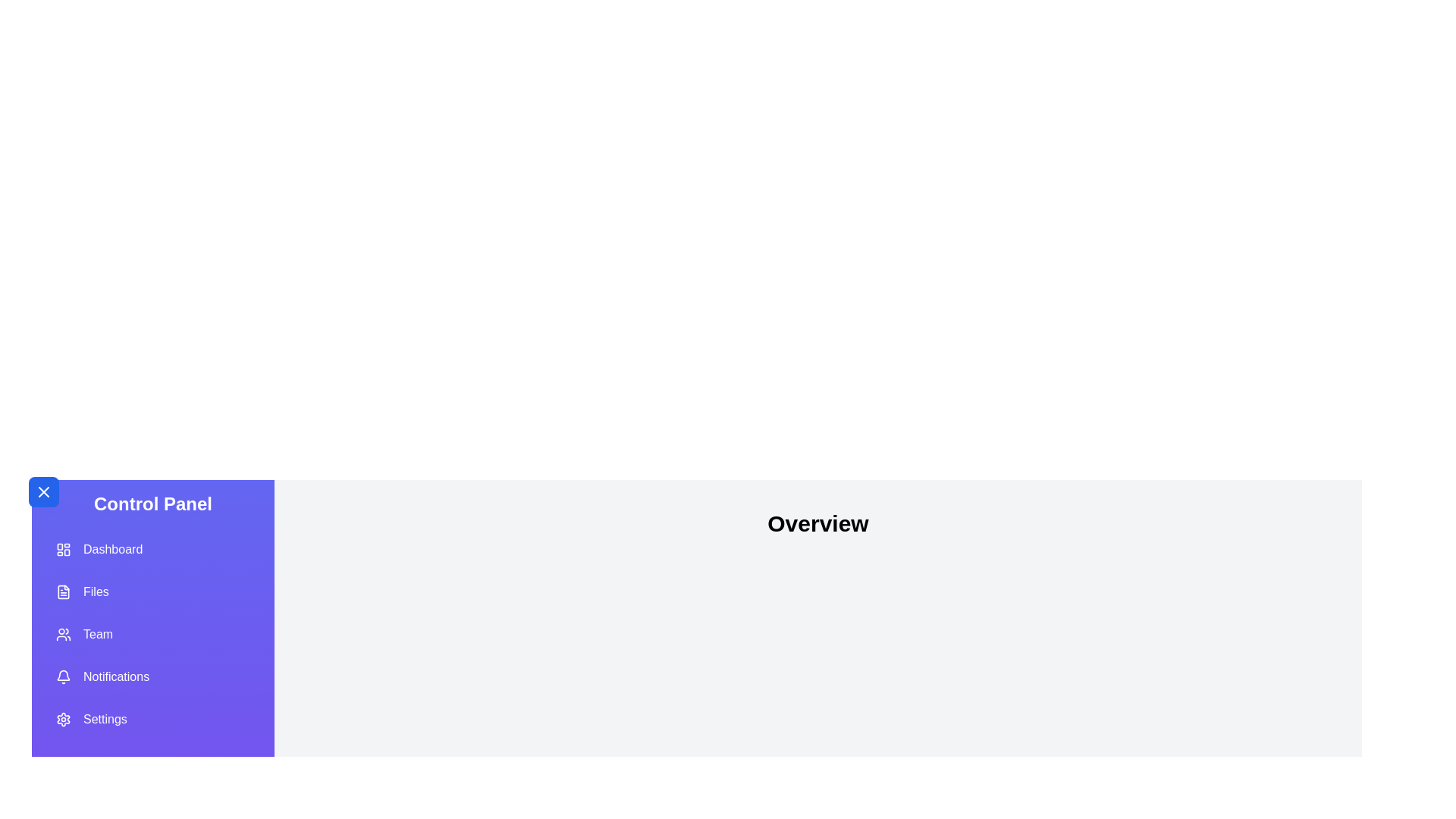 The height and width of the screenshot is (819, 1456). What do you see at coordinates (152, 591) in the screenshot?
I see `the menu item labeled Files from the list` at bounding box center [152, 591].